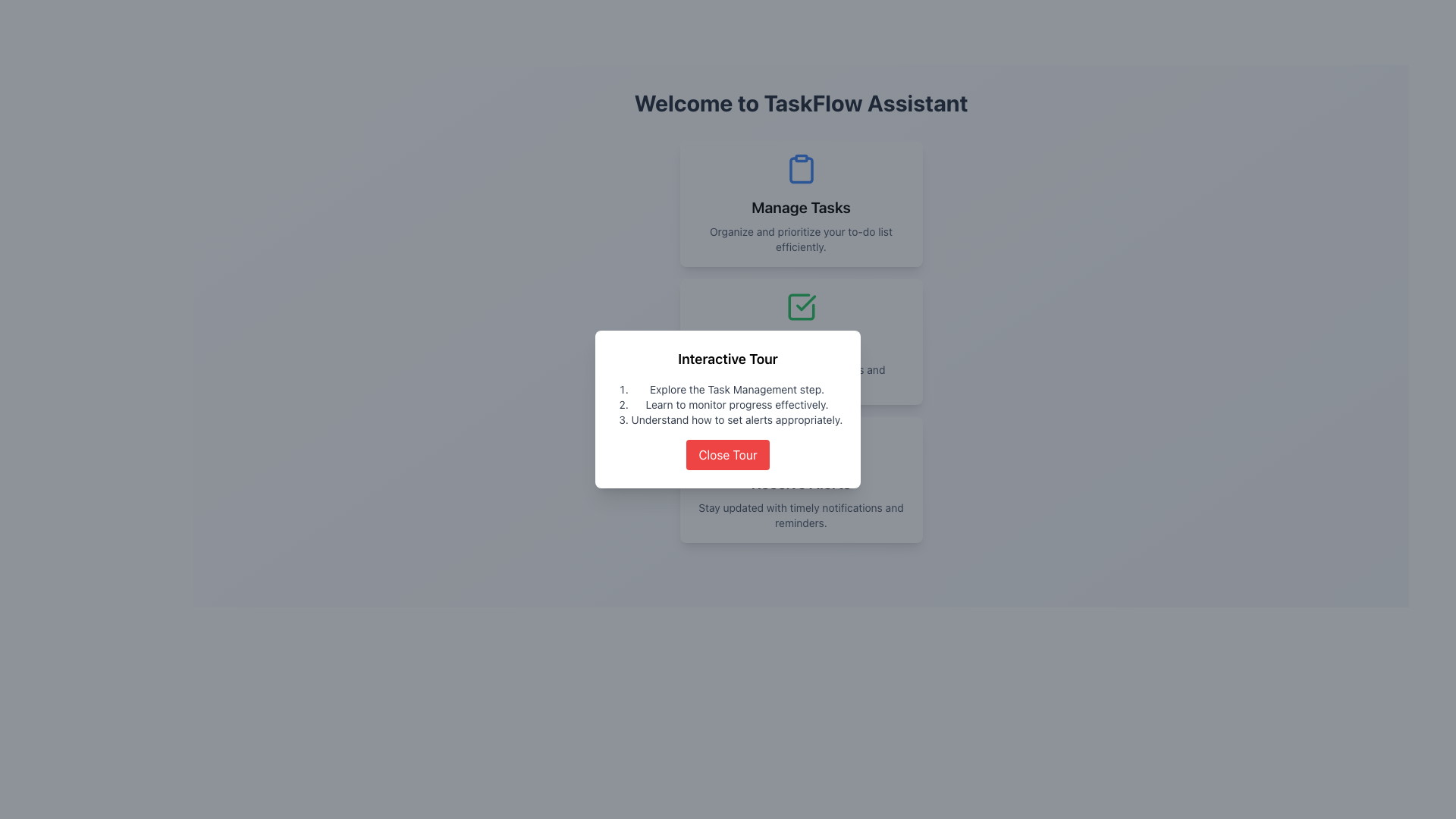 The width and height of the screenshot is (1456, 819). What do you see at coordinates (800, 307) in the screenshot?
I see `the icon indicating completion or progress associated with the 'Track Progress' card, which is located at the top of the card centered above the textual content` at bounding box center [800, 307].